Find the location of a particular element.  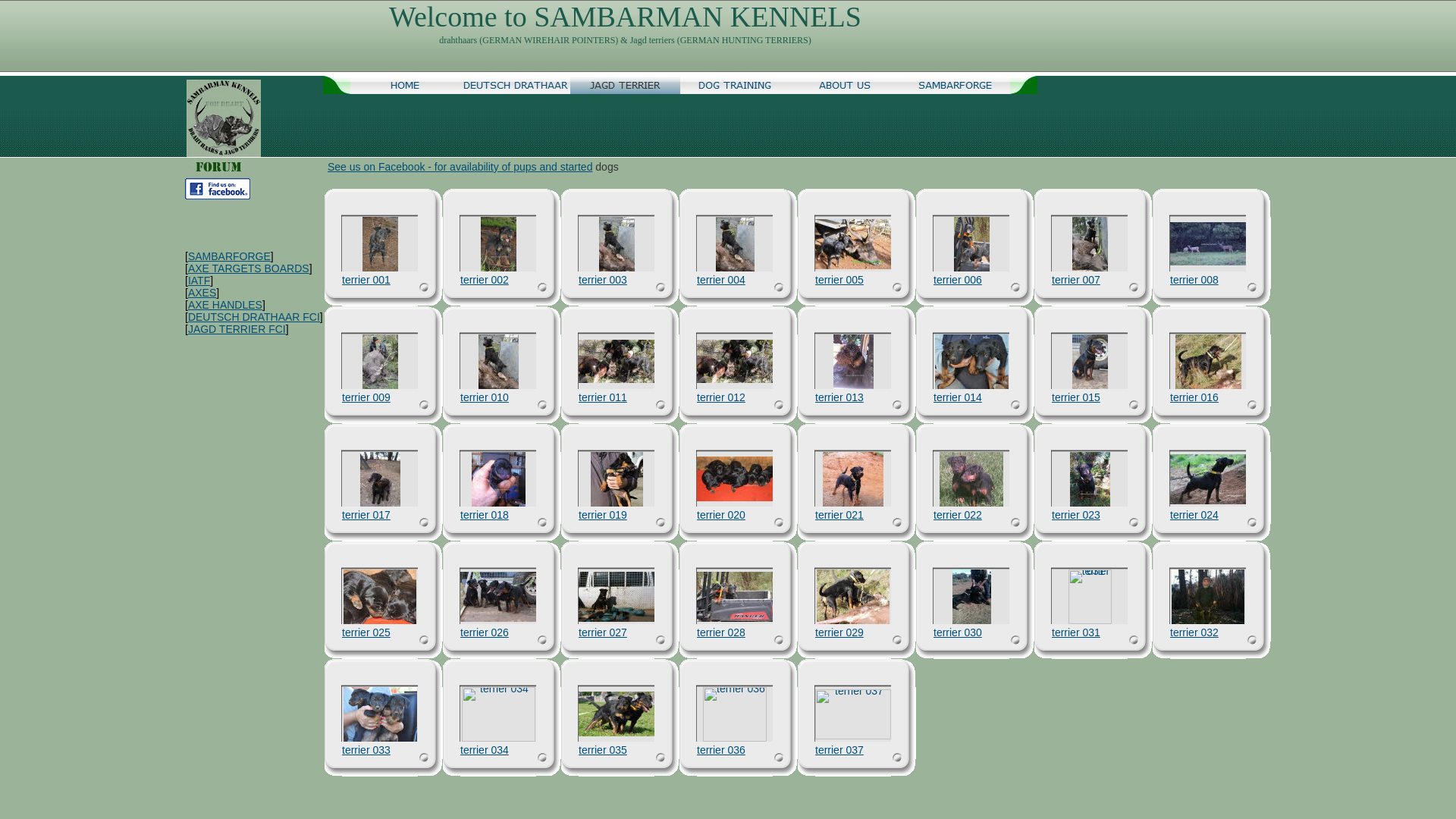

'terrier 017' is located at coordinates (379, 479).